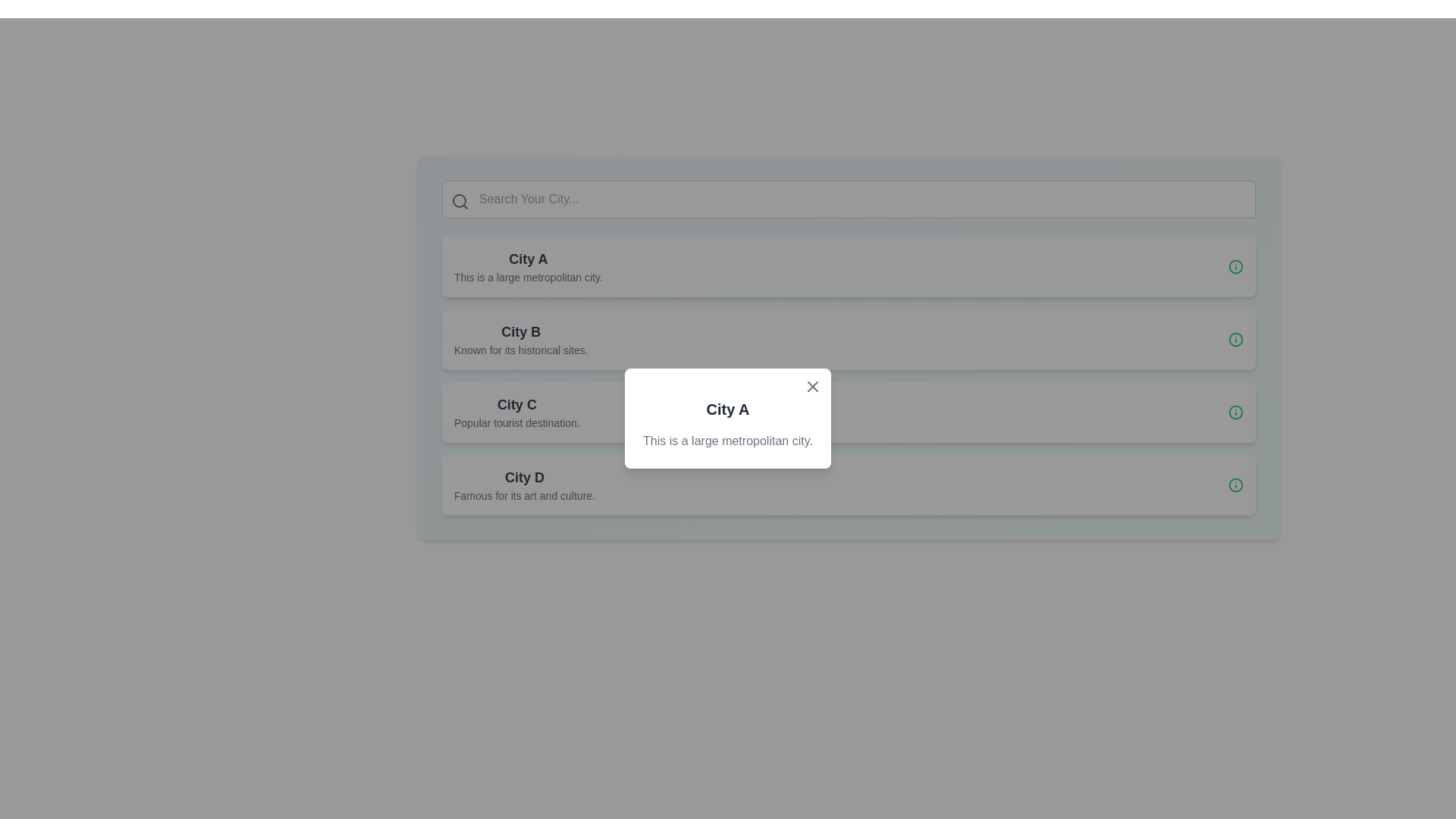 The width and height of the screenshot is (1456, 819). Describe the element at coordinates (1236, 485) in the screenshot. I see `the information icon located at the rightmost position of the 'City D' row in the vertical list` at that location.